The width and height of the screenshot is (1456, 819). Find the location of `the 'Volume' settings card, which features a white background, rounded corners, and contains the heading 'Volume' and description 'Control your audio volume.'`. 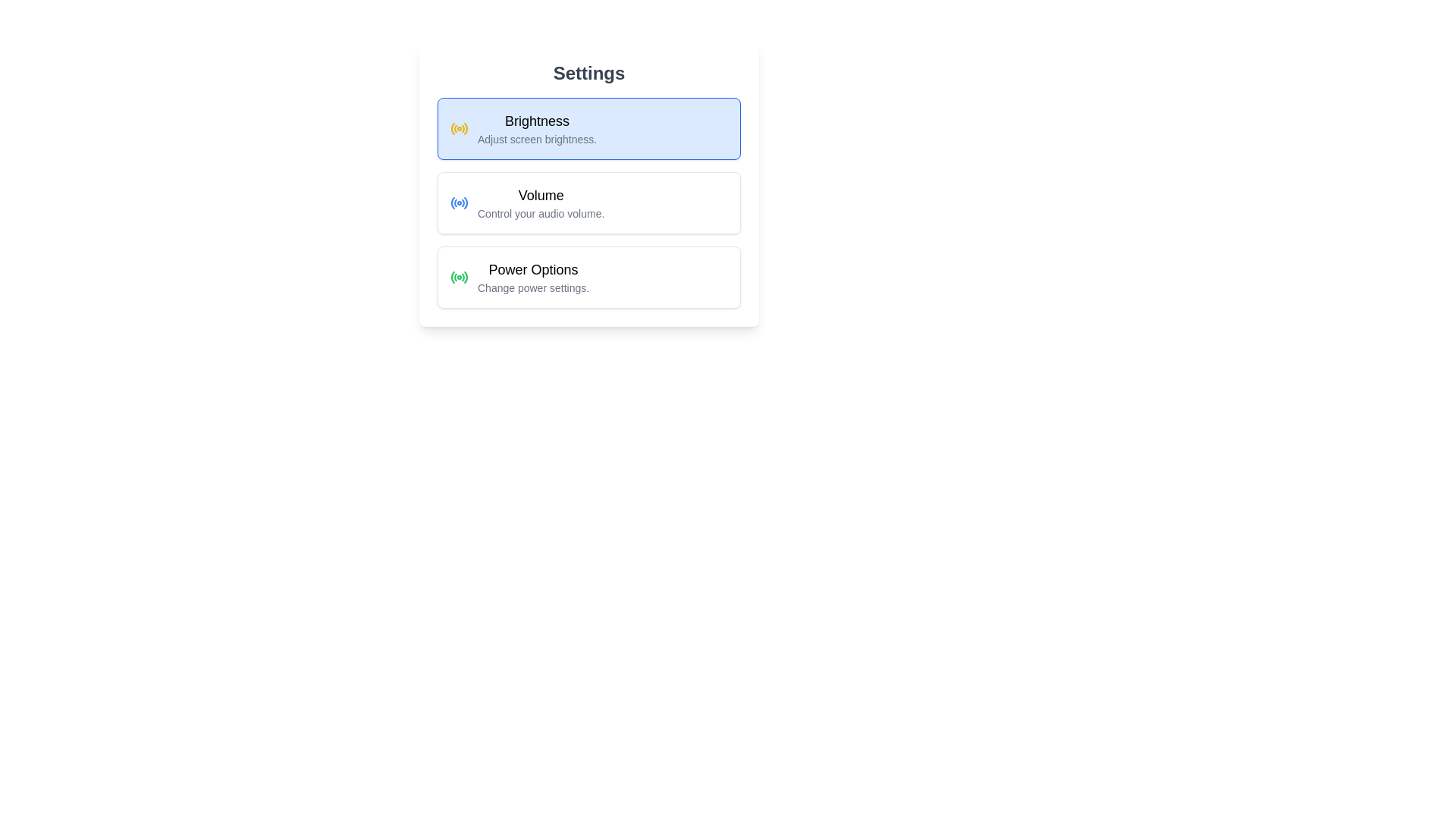

the 'Volume' settings card, which features a white background, rounded corners, and contains the heading 'Volume' and description 'Control your audio volume.' is located at coordinates (588, 202).